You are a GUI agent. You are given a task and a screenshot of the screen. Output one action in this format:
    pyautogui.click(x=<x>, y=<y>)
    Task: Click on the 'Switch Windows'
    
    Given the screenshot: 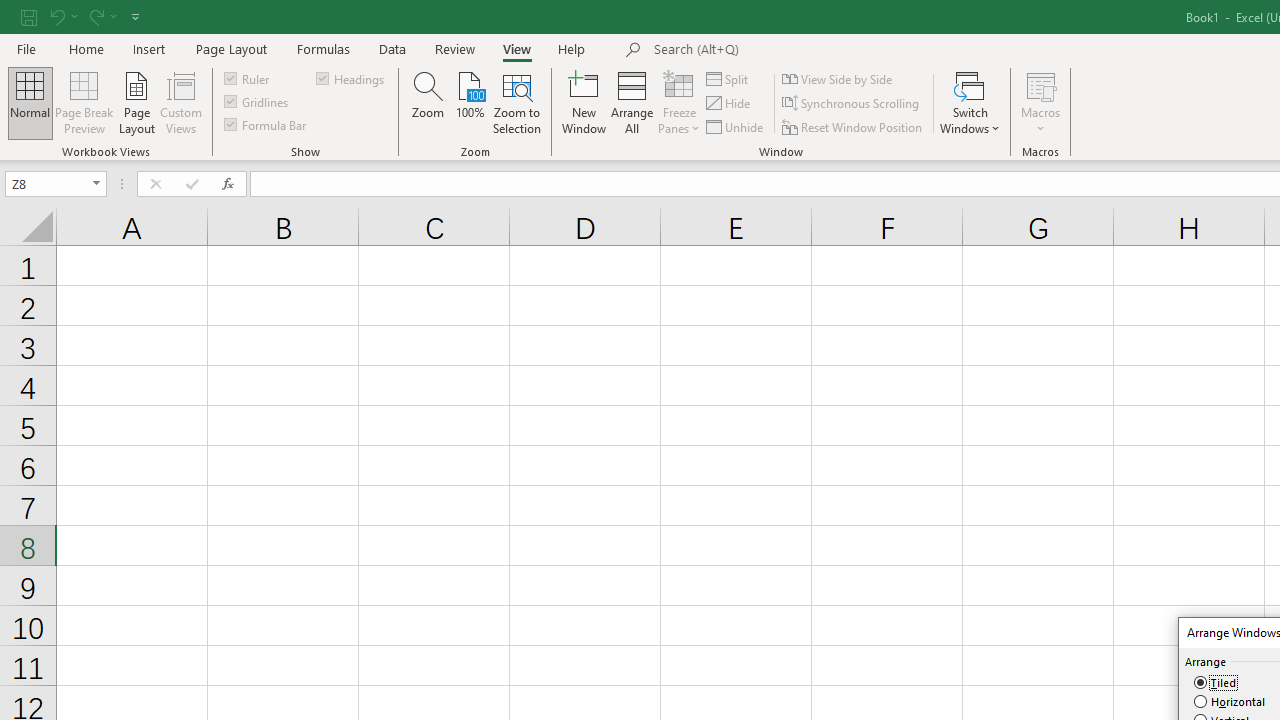 What is the action you would take?
    pyautogui.click(x=970, y=103)
    